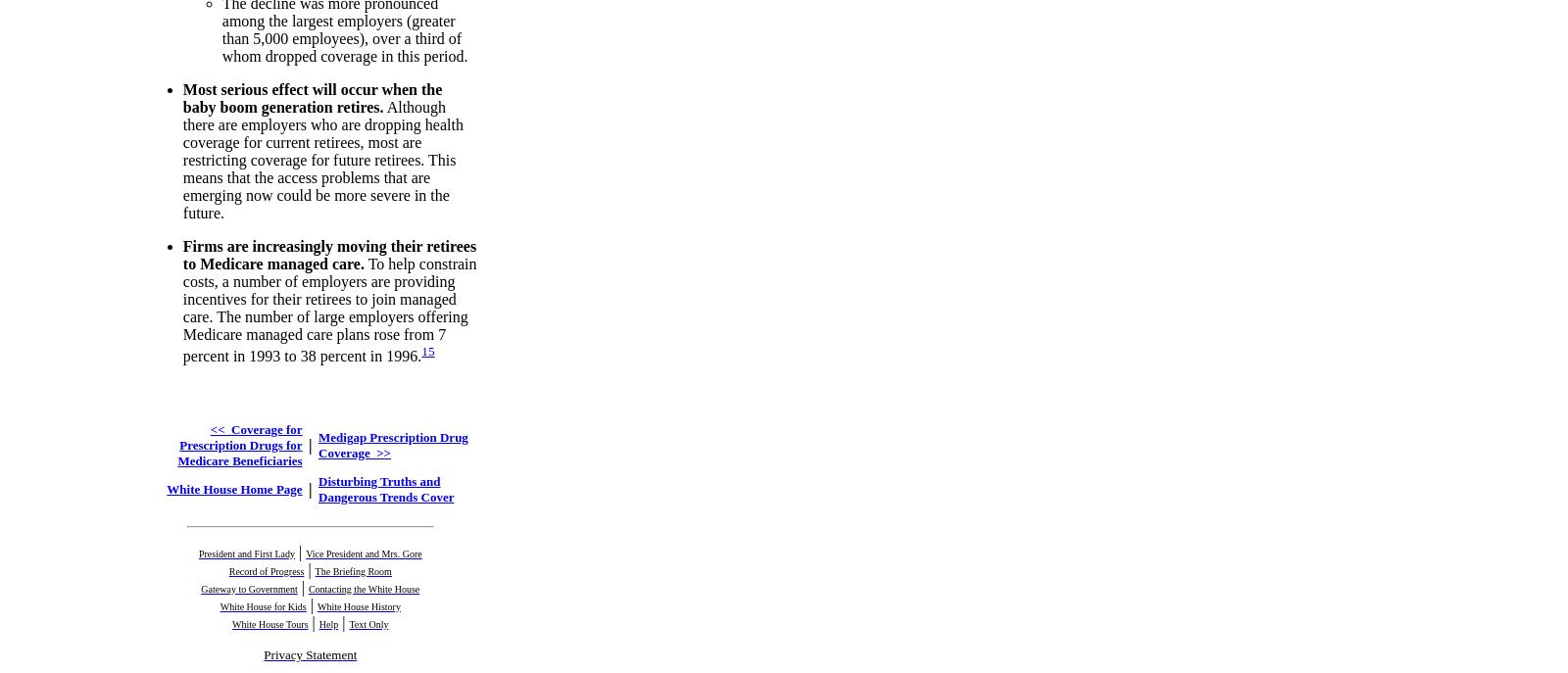  Describe the element at coordinates (329, 309) in the screenshot. I see `'To help constrain costs, a number of 
       employers are providing incentives for their retirees to join managed care.  The number of large employers 
       offering Medicare managed care plans rose from 7 percent in 1993 to 38 percent in 
       1996.'` at that location.